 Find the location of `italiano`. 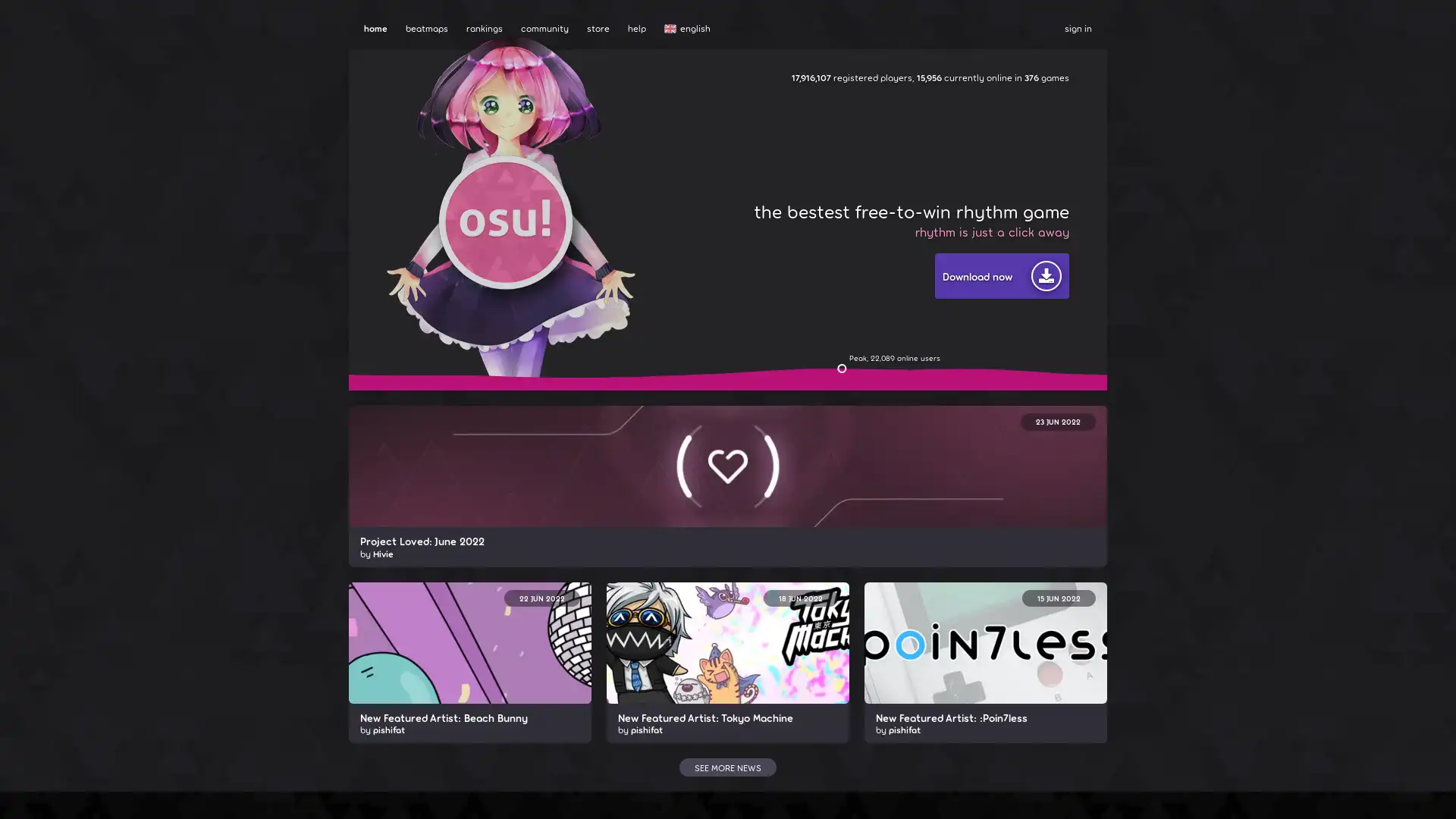

italiano is located at coordinates (709, 301).